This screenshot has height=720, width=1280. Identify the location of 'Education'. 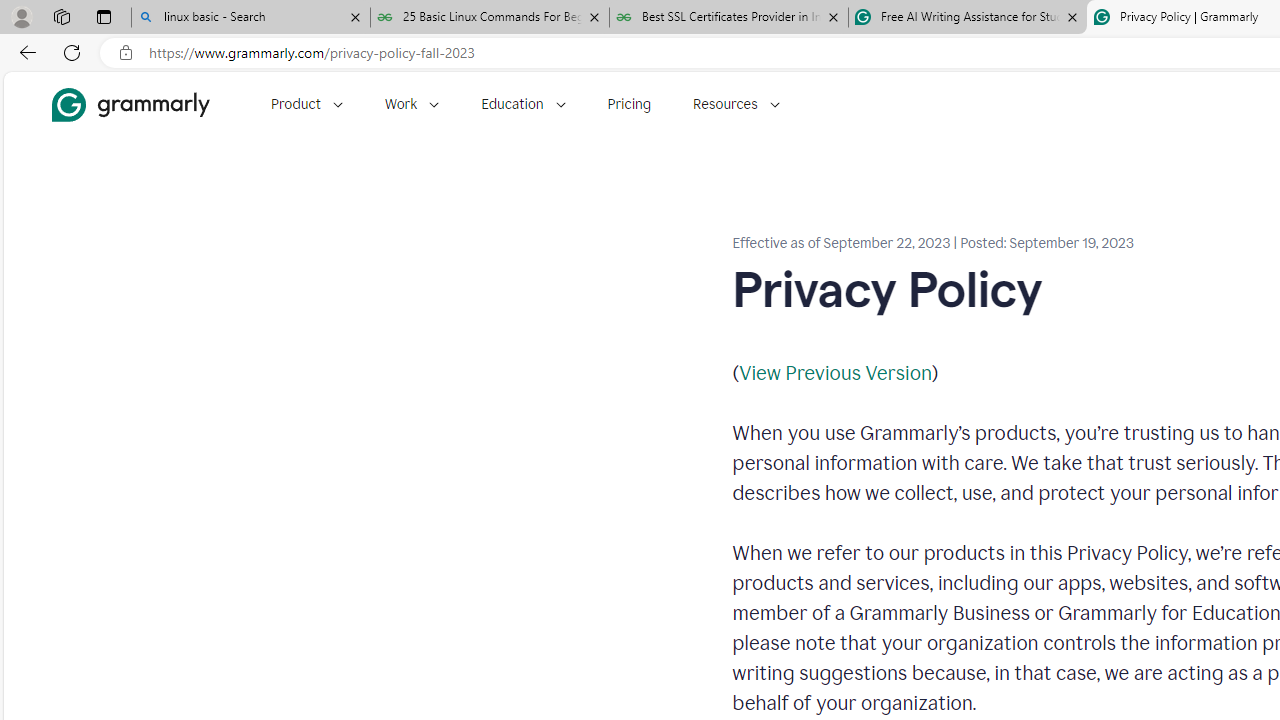
(523, 104).